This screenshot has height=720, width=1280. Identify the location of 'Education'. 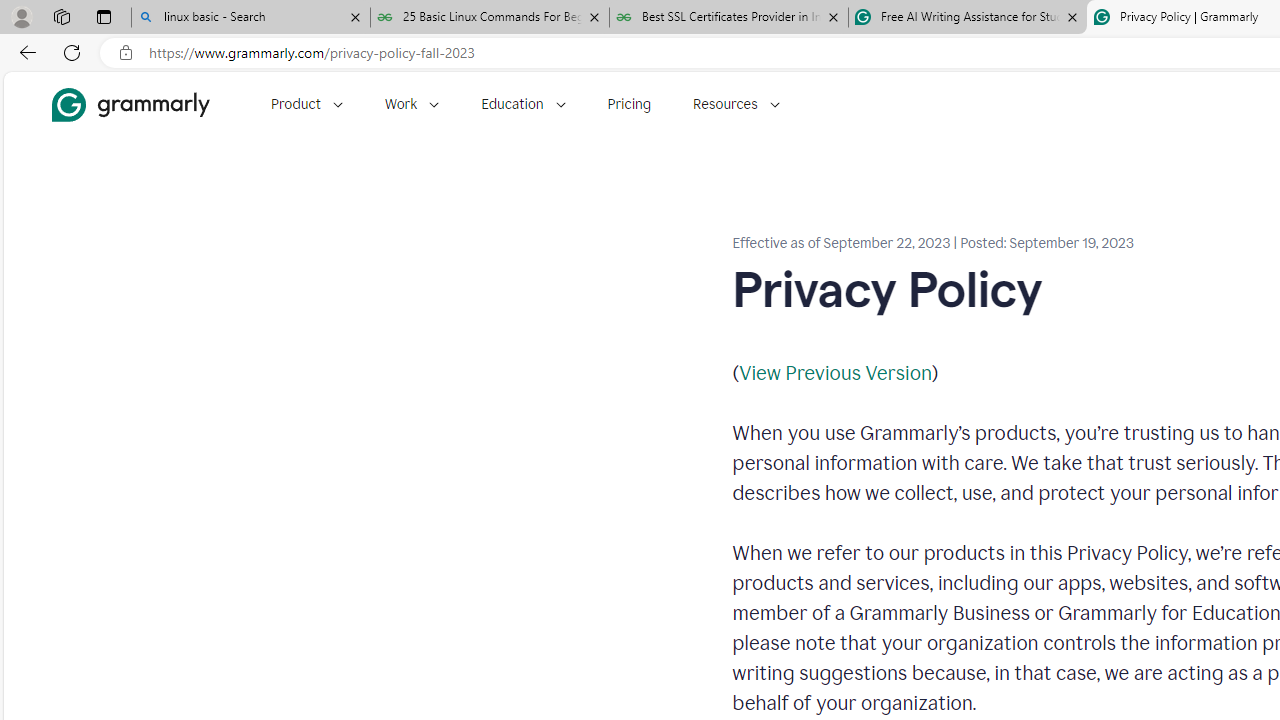
(523, 104).